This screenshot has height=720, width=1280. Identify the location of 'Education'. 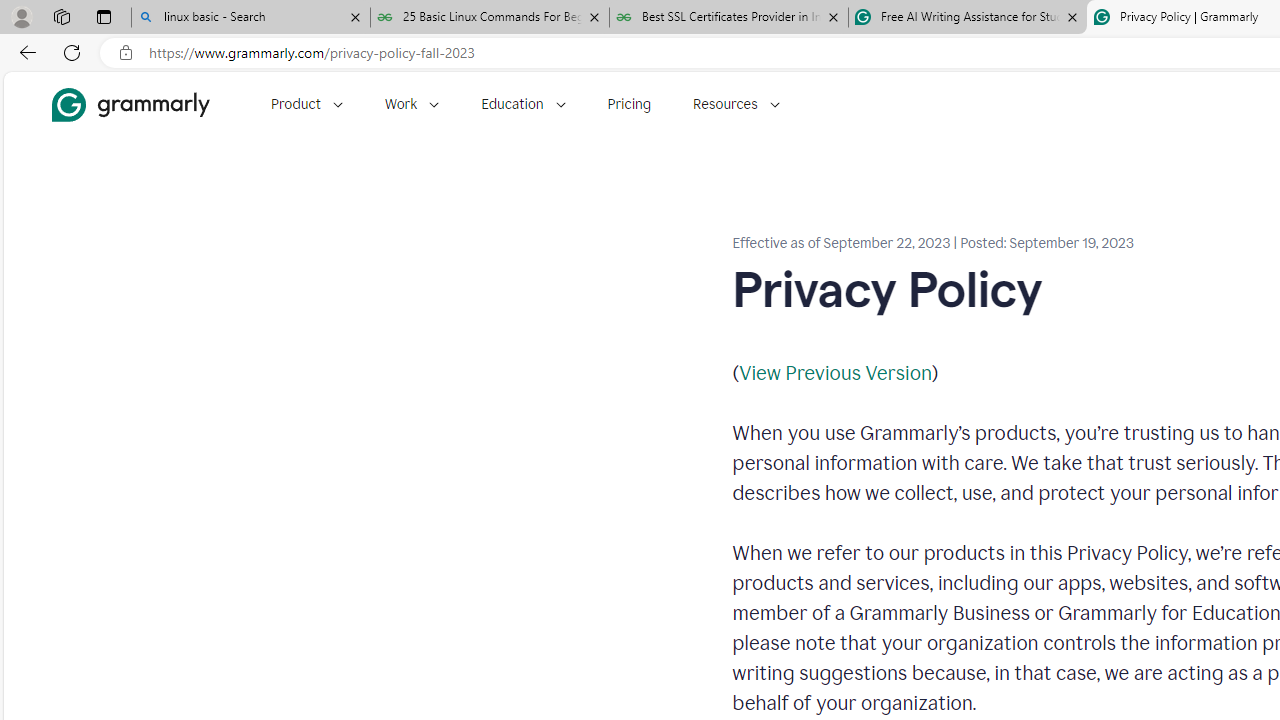
(523, 104).